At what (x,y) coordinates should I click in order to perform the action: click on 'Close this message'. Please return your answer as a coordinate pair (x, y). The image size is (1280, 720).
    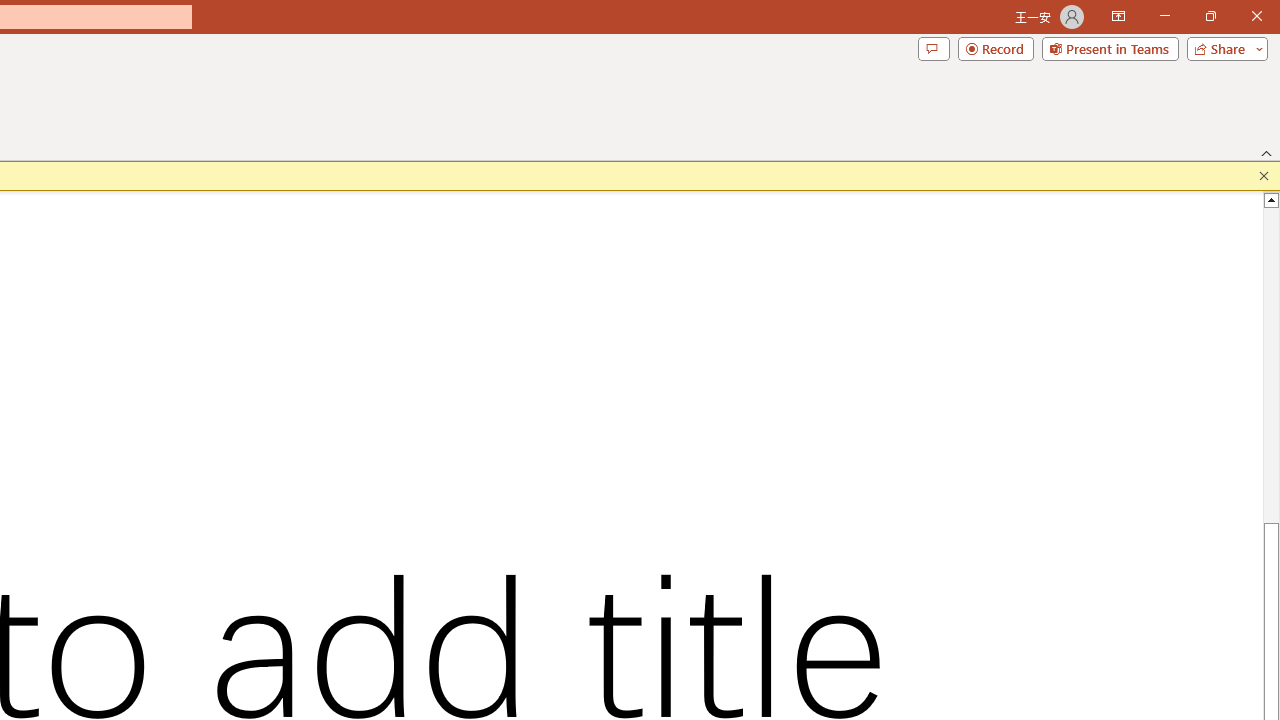
    Looking at the image, I should click on (1263, 175).